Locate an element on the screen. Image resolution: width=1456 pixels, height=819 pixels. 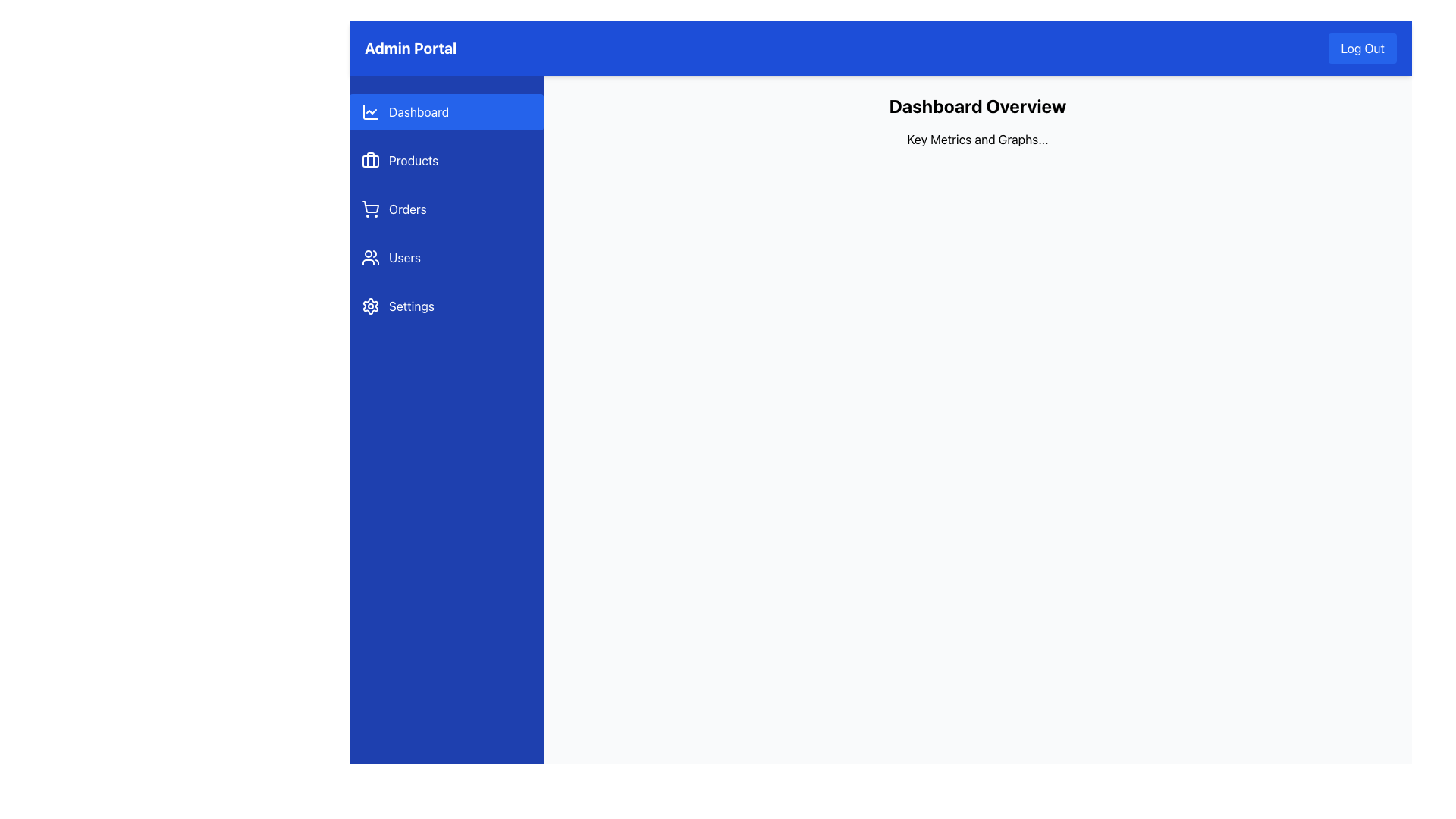
the 'Orders' text label in the vertical navigation menu, which is located adjacent to the shopping cart icon and is the third item in the menu is located at coordinates (407, 209).